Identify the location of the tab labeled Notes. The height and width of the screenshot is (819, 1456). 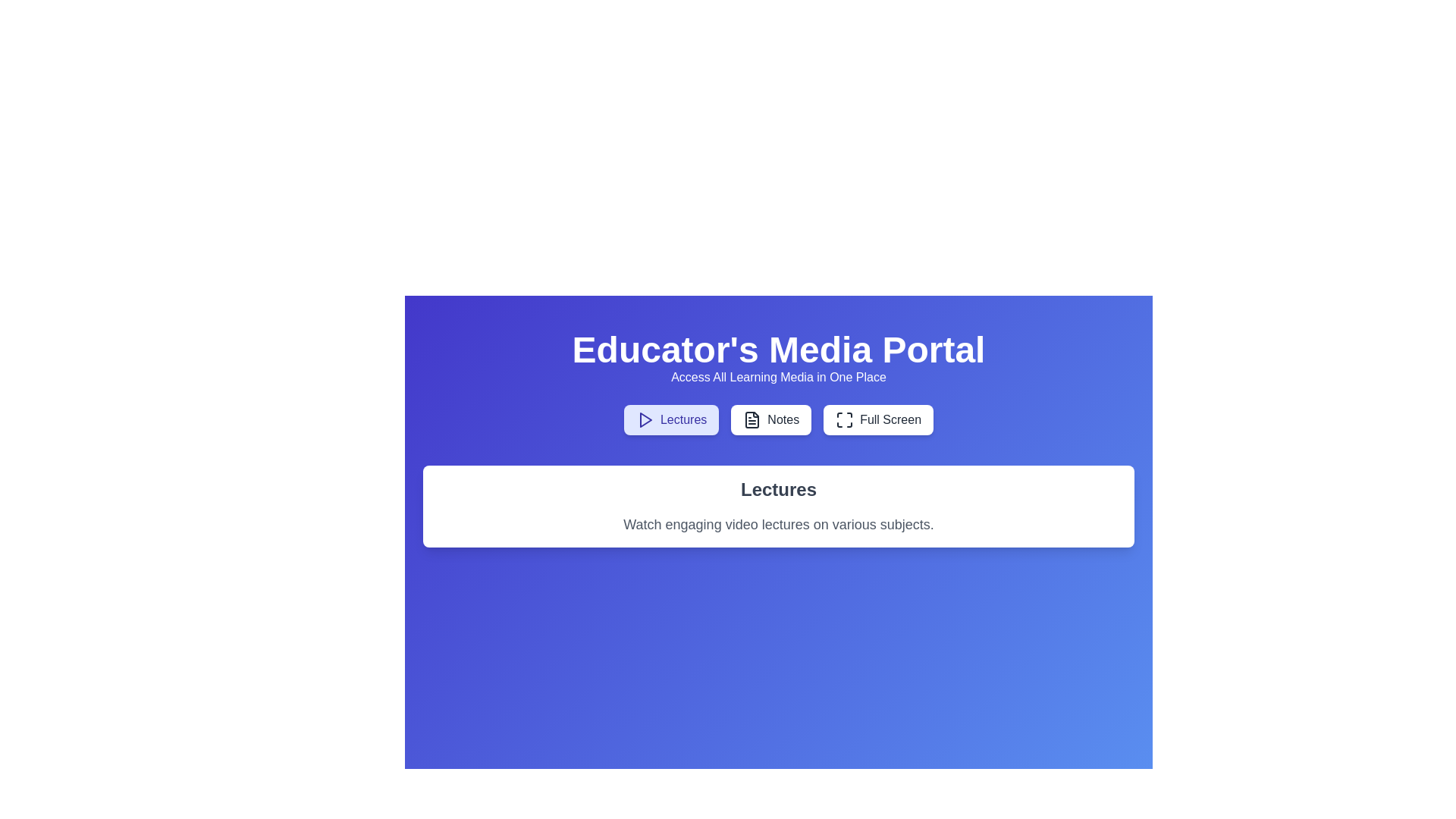
(771, 420).